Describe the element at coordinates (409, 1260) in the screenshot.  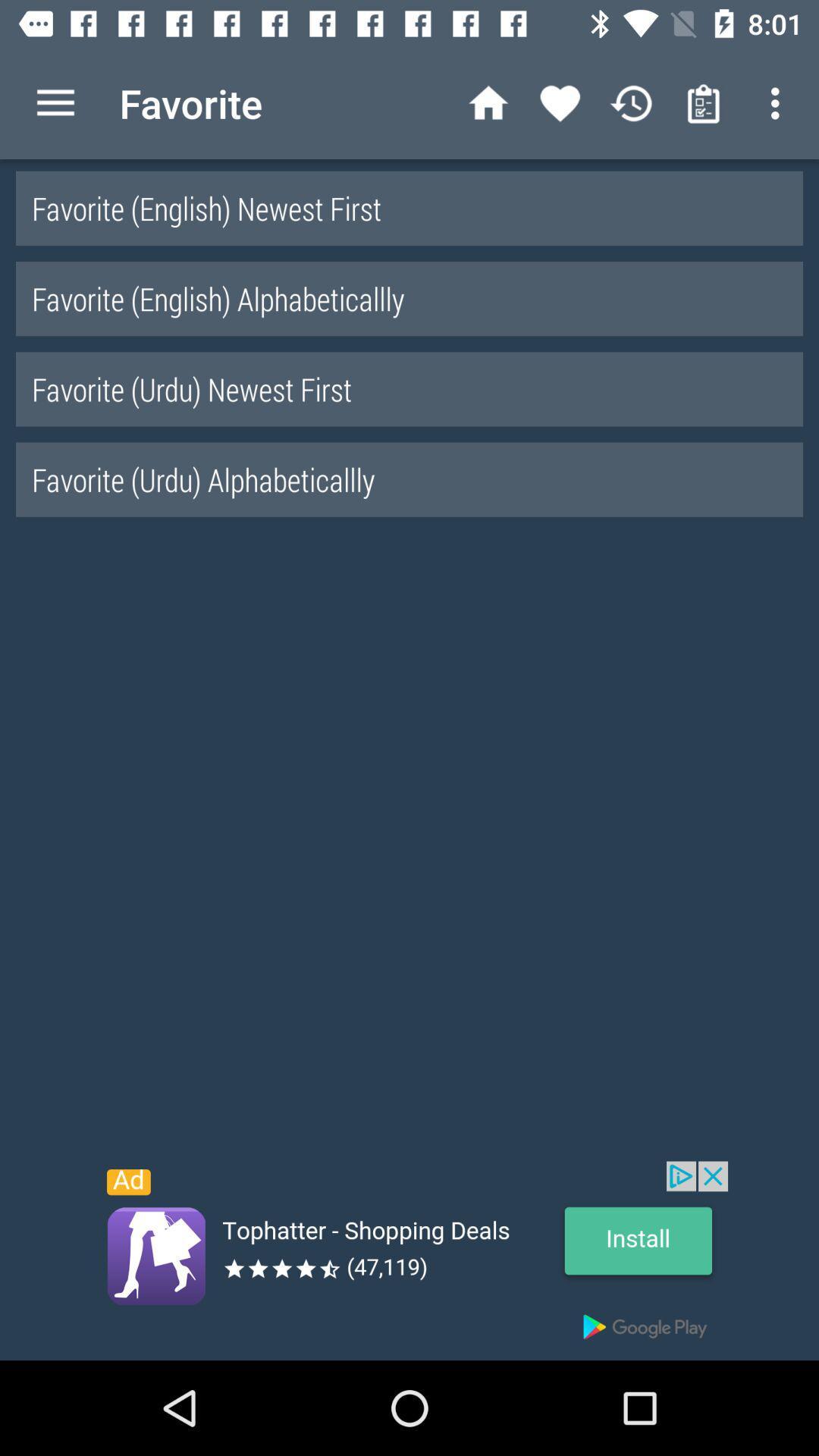
I see `open advertisement` at that location.